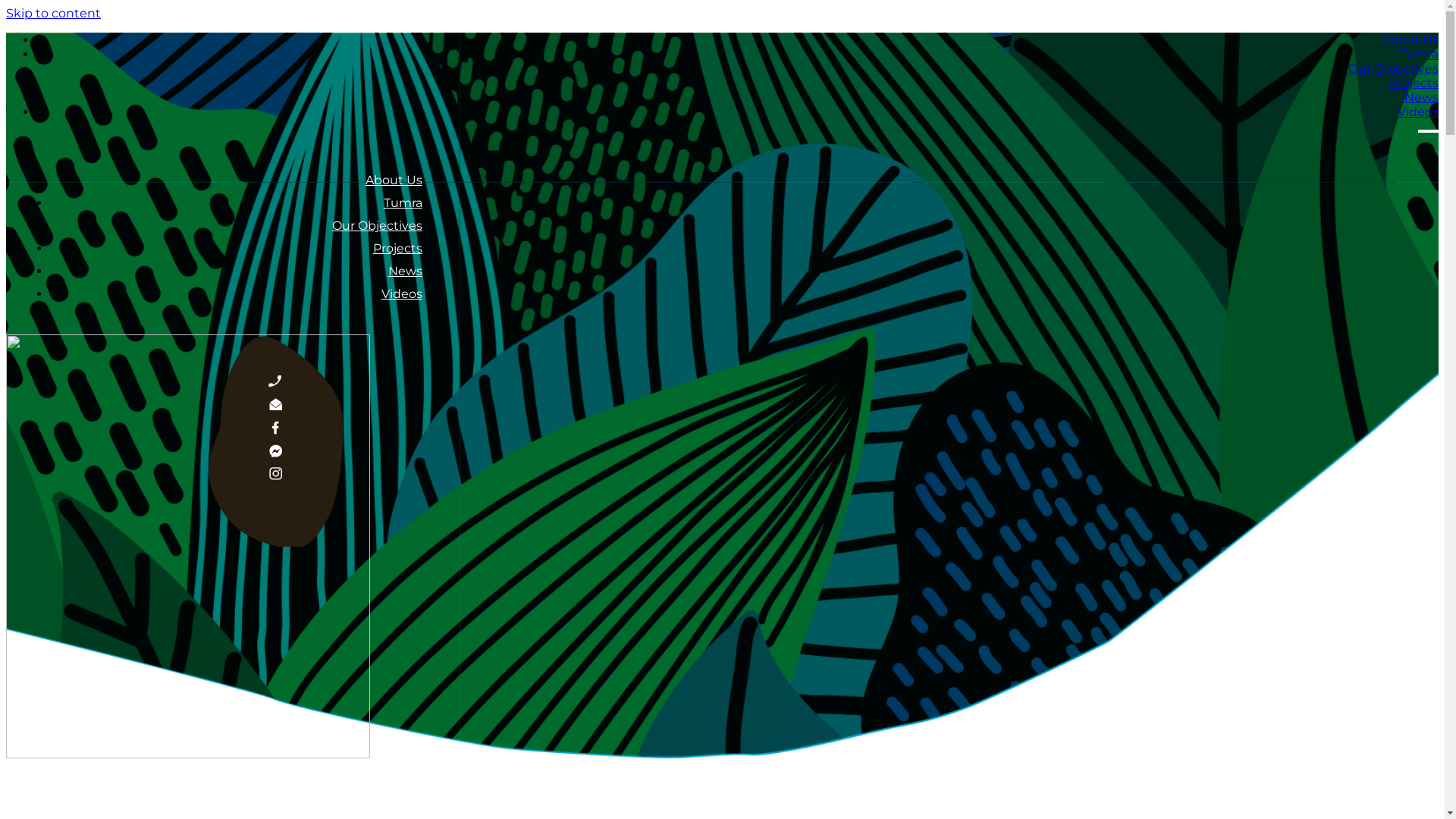 This screenshot has height=819, width=1456. What do you see at coordinates (401, 289) in the screenshot?
I see `'Videos'` at bounding box center [401, 289].